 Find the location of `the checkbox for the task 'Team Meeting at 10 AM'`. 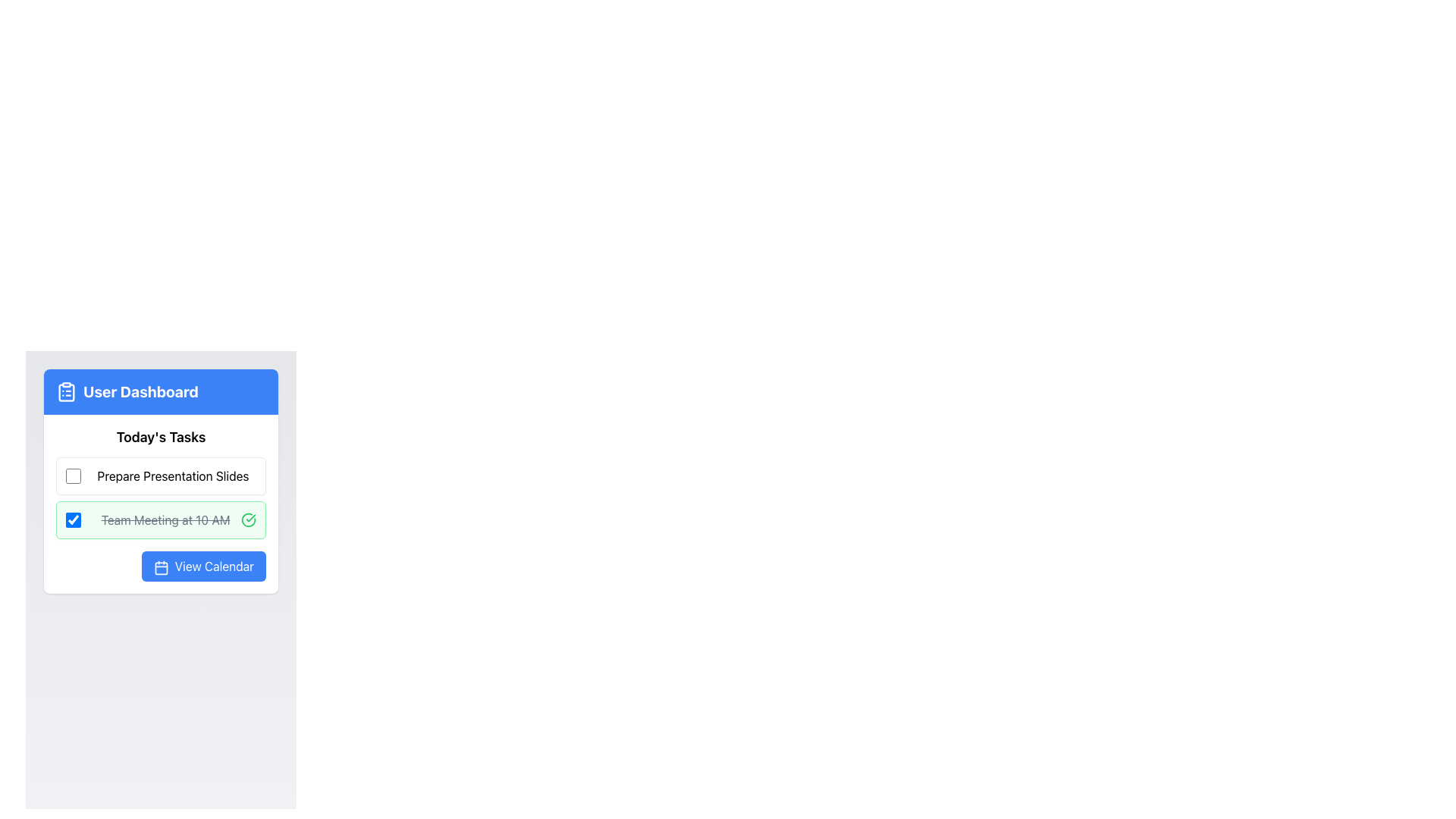

the checkbox for the task 'Team Meeting at 10 AM' is located at coordinates (72, 519).